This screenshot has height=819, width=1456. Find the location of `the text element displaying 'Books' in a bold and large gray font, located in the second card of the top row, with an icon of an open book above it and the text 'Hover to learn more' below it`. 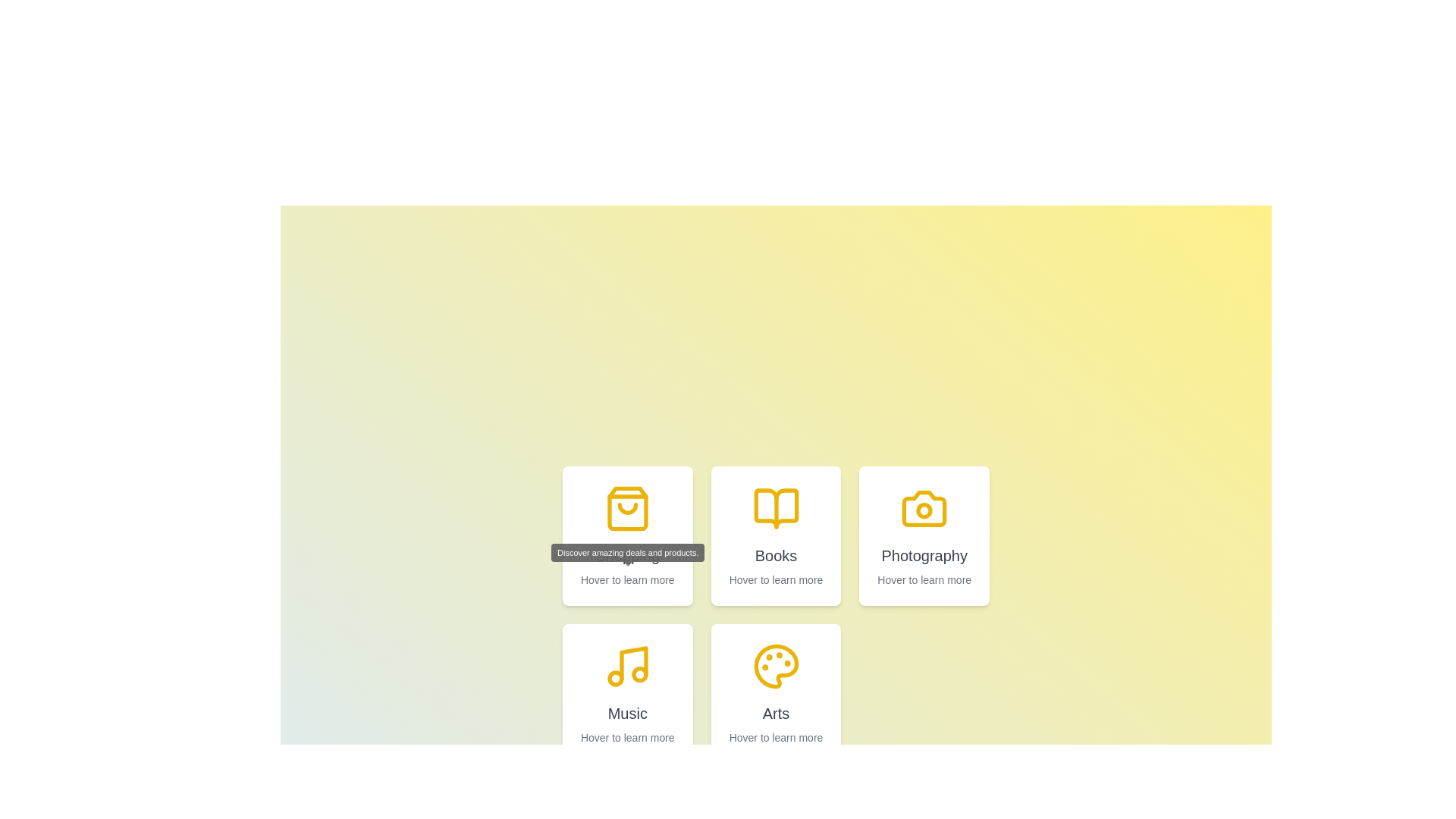

the text element displaying 'Books' in a bold and large gray font, located in the second card of the top row, with an icon of an open book above it and the text 'Hover to learn more' below it is located at coordinates (776, 555).